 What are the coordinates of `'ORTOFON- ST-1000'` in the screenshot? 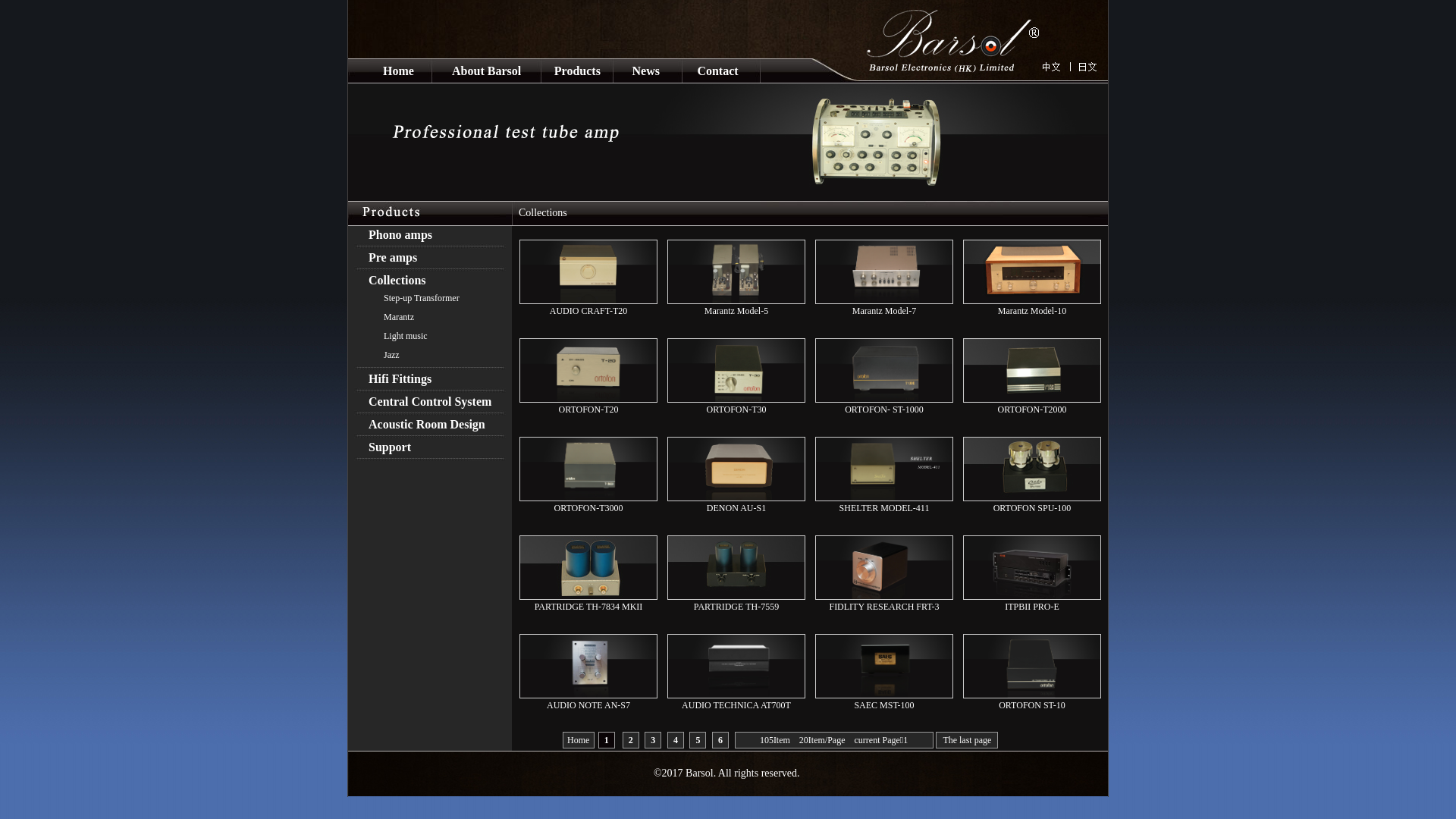 It's located at (843, 409).